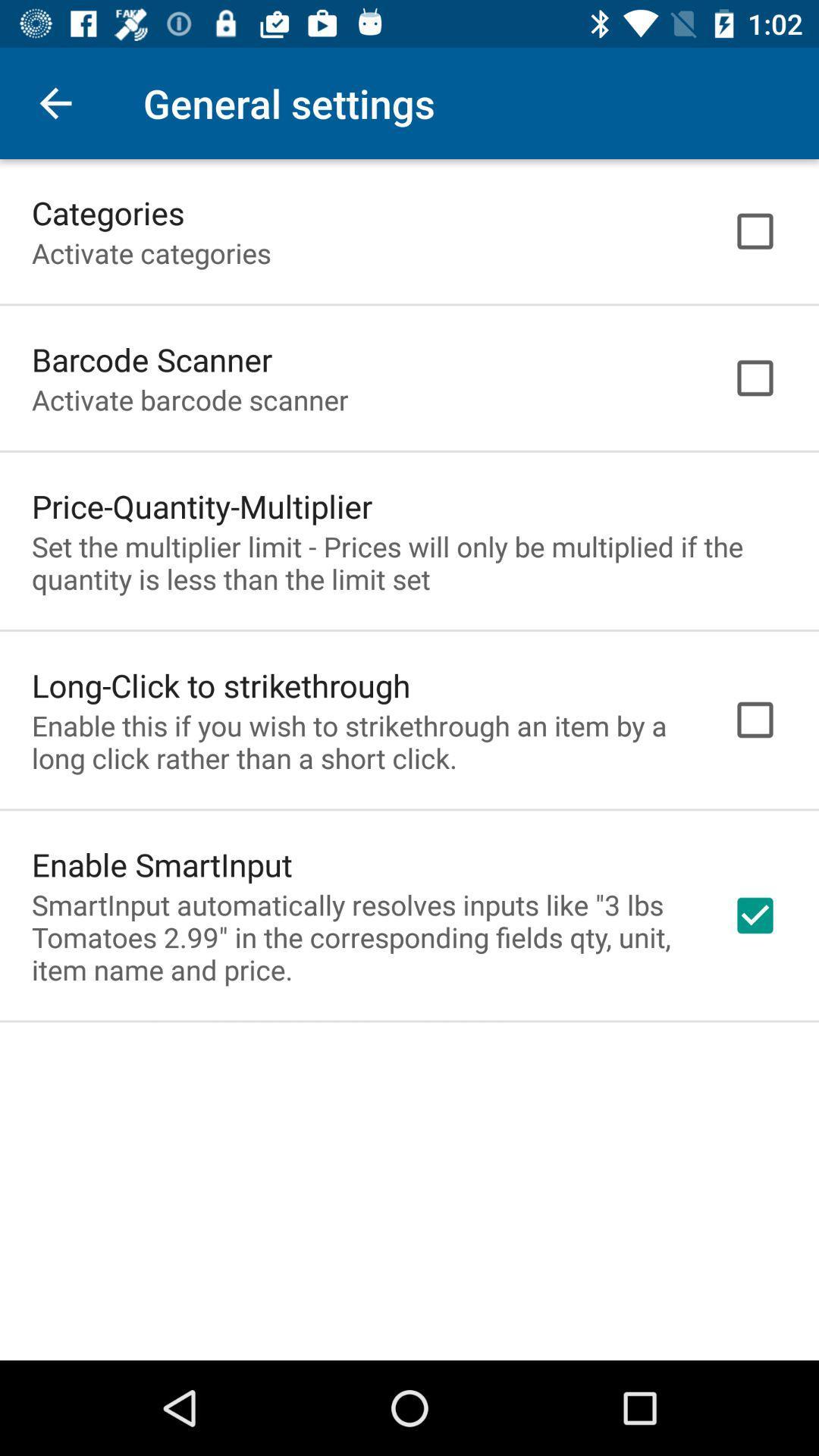 The image size is (819, 1456). I want to click on the icon below categories, so click(151, 253).